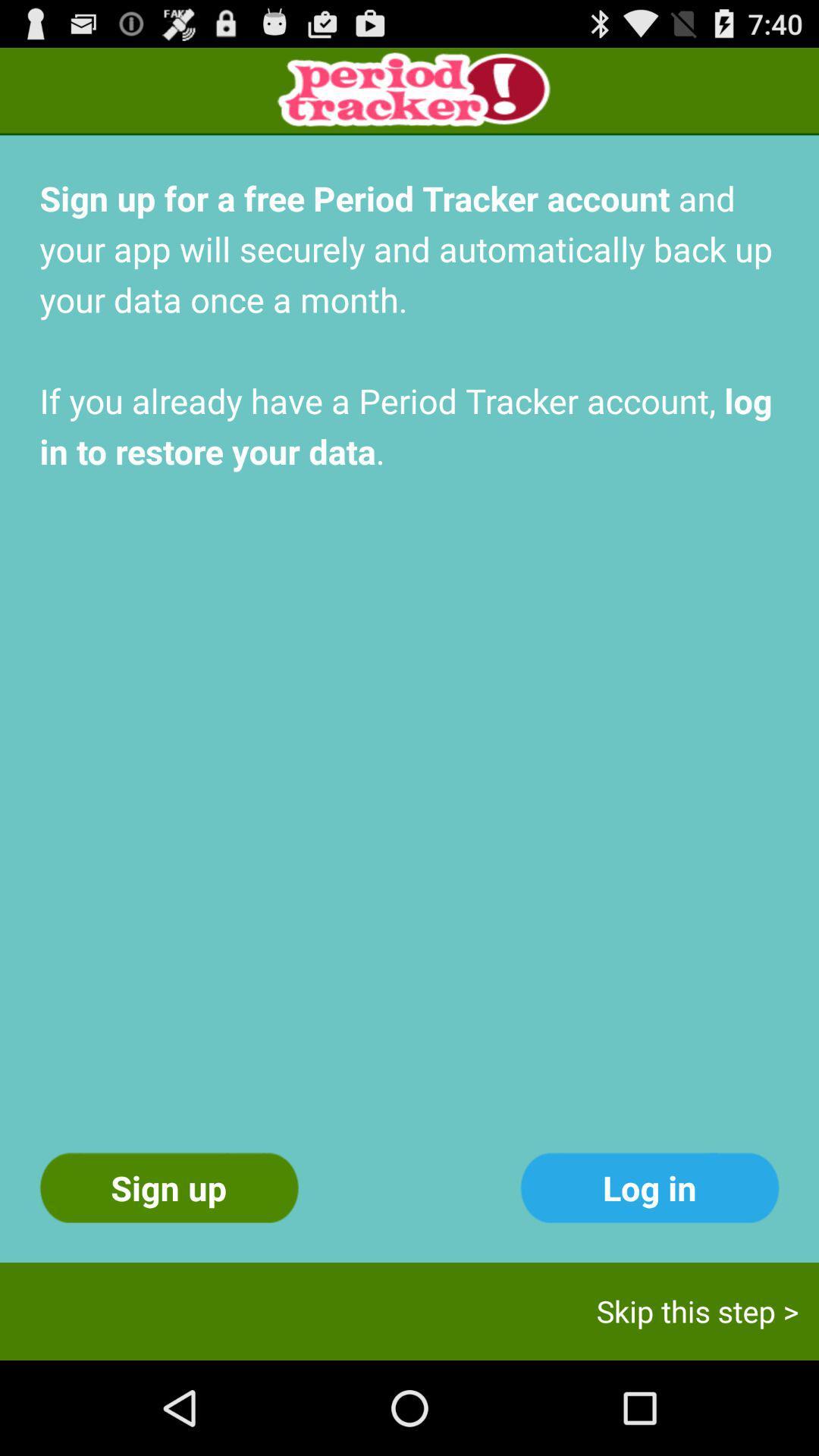 This screenshot has width=819, height=1456. Describe the element at coordinates (648, 1187) in the screenshot. I see `the icon next to the sign up` at that location.